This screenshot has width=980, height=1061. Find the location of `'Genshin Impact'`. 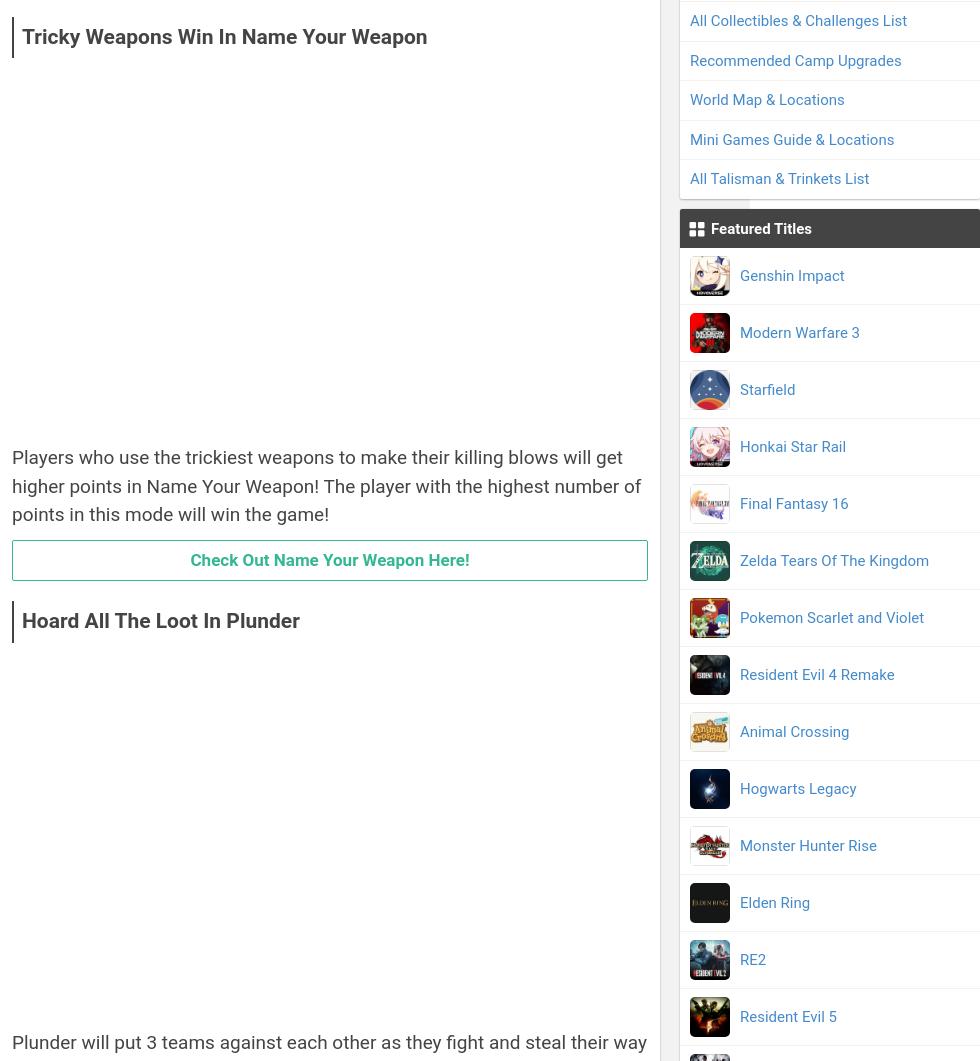

'Genshin Impact' is located at coordinates (792, 274).